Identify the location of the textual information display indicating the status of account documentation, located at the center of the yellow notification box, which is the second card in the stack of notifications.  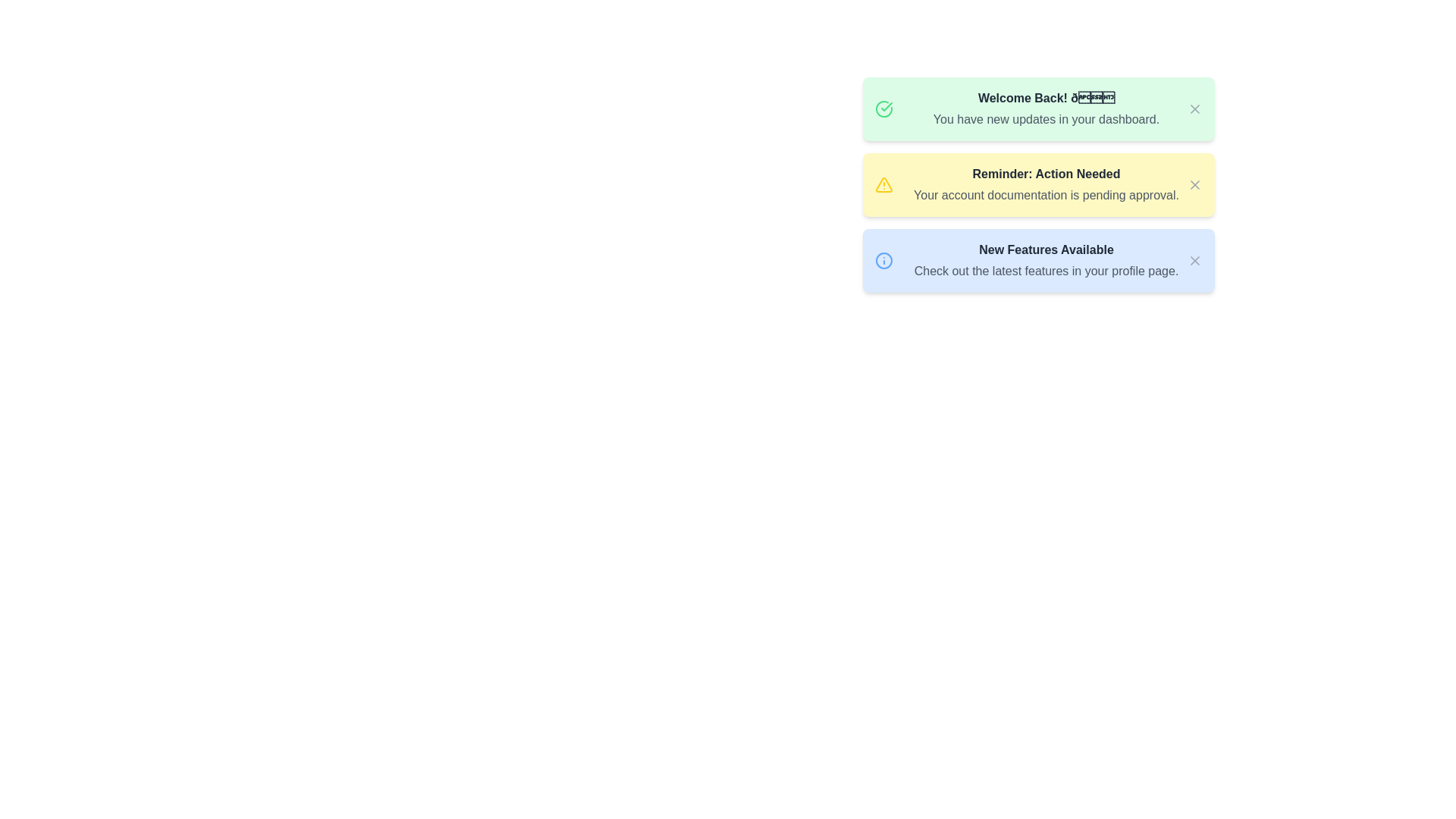
(1046, 184).